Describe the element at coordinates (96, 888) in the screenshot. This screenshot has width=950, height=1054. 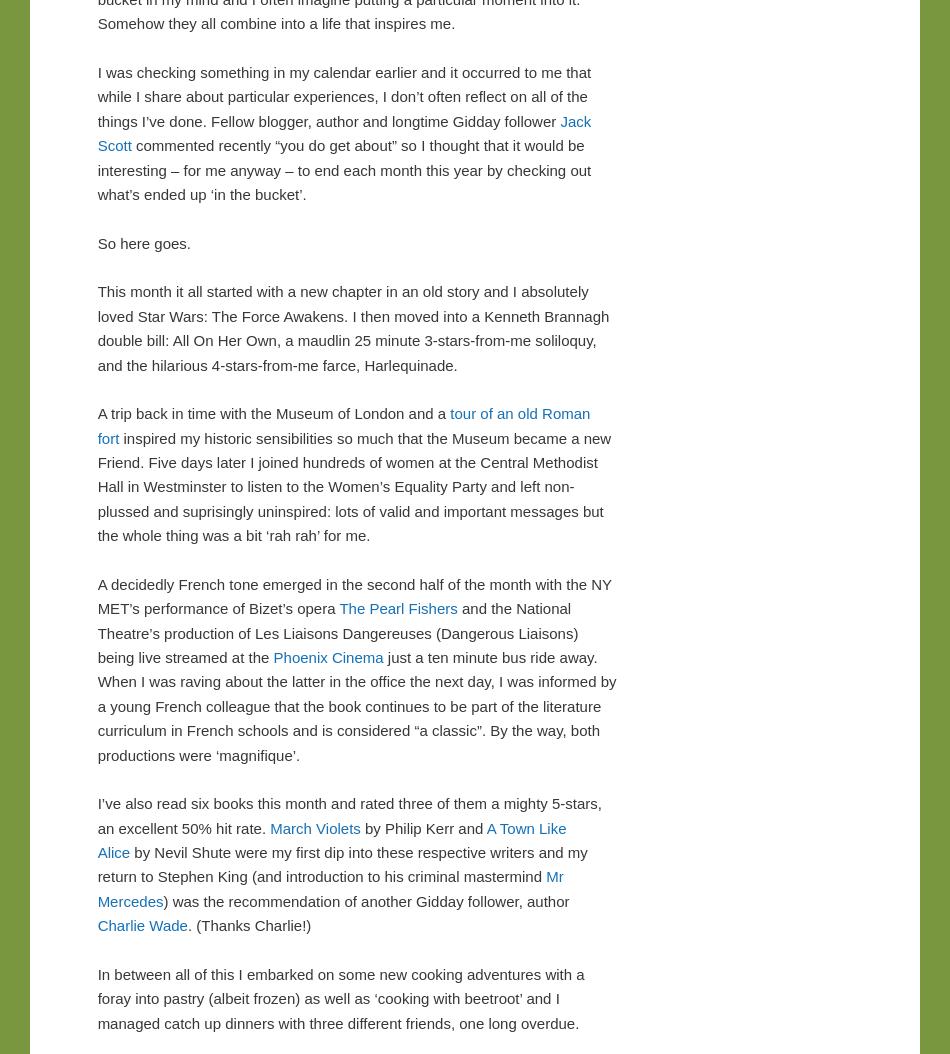
I see `'Mr Mercedes'` at that location.